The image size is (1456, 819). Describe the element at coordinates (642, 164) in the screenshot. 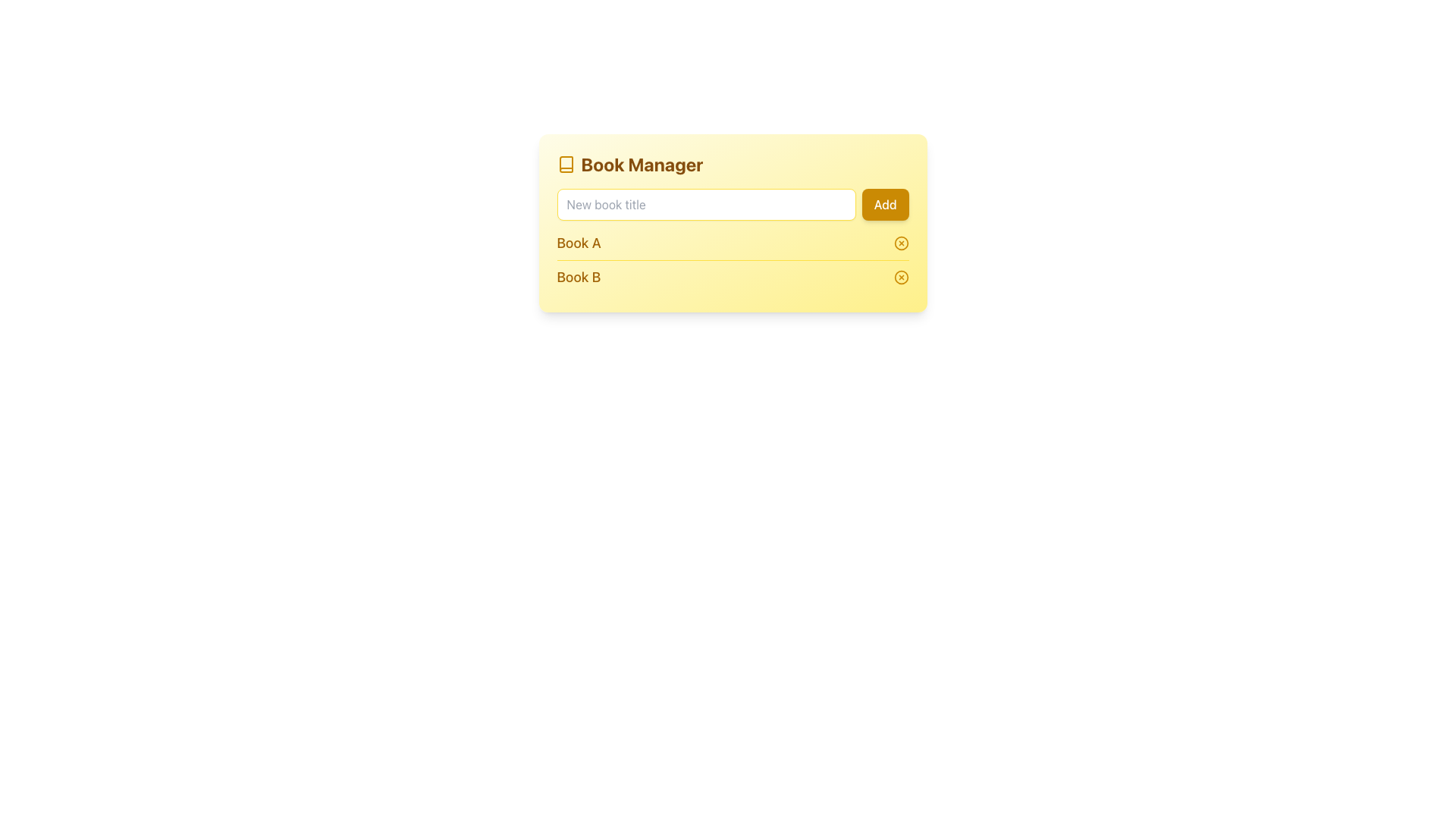

I see `text label that serves as a title or header for the section, positioned in the top-left of a yellow card box` at that location.